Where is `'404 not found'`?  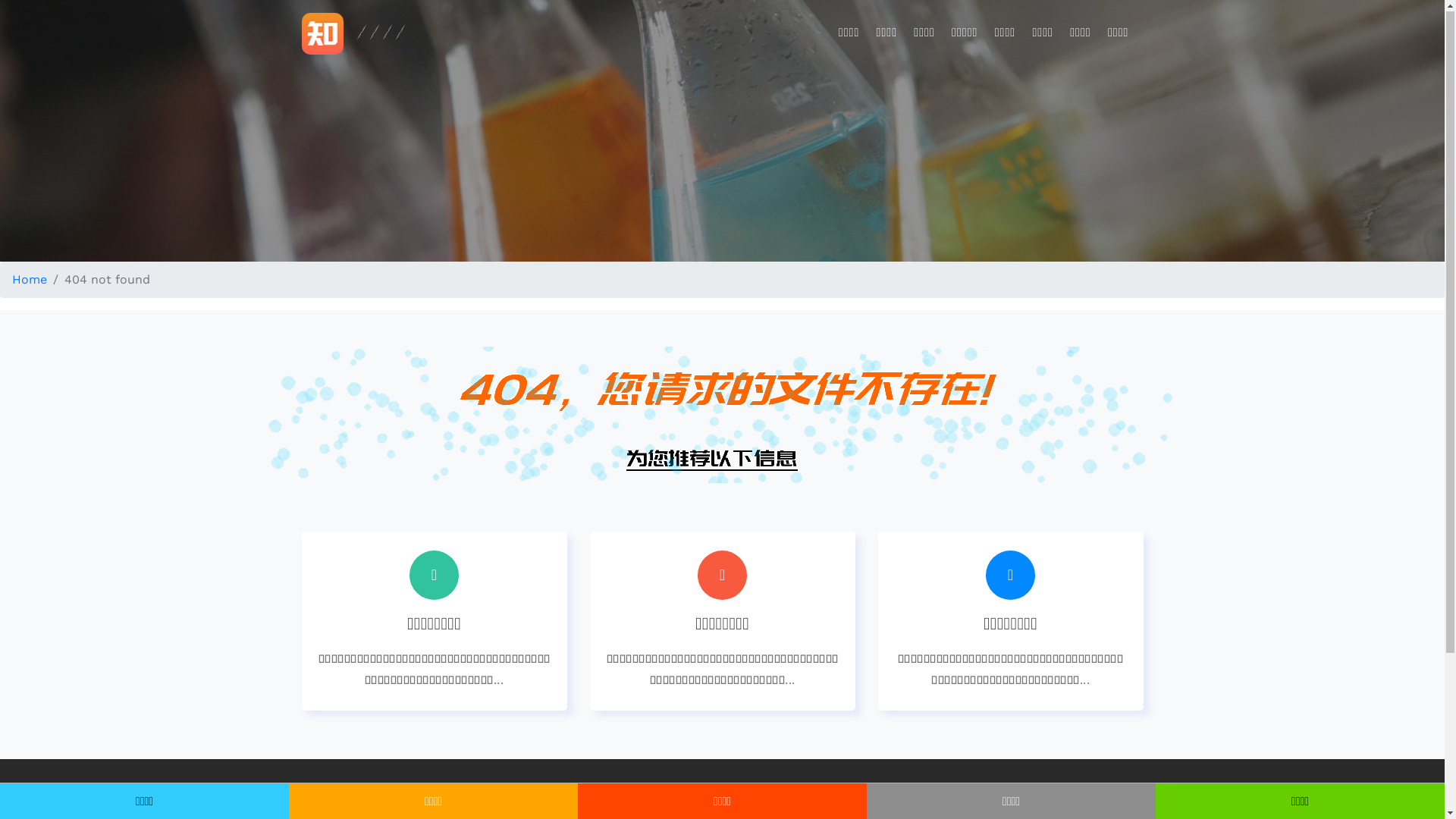
'404 not found' is located at coordinates (720, 415).